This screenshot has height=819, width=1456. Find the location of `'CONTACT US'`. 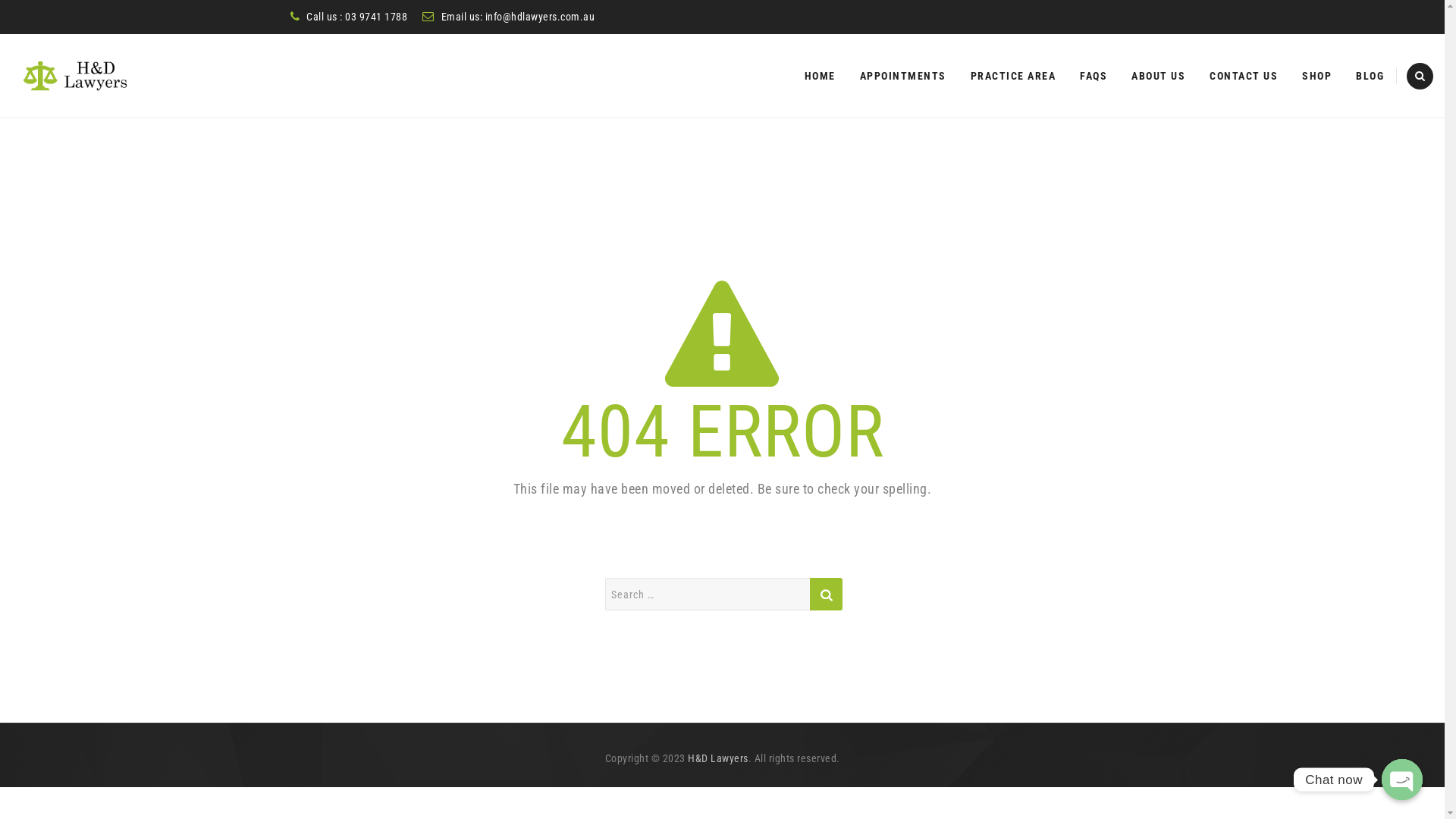

'CONTACT US' is located at coordinates (1244, 76).